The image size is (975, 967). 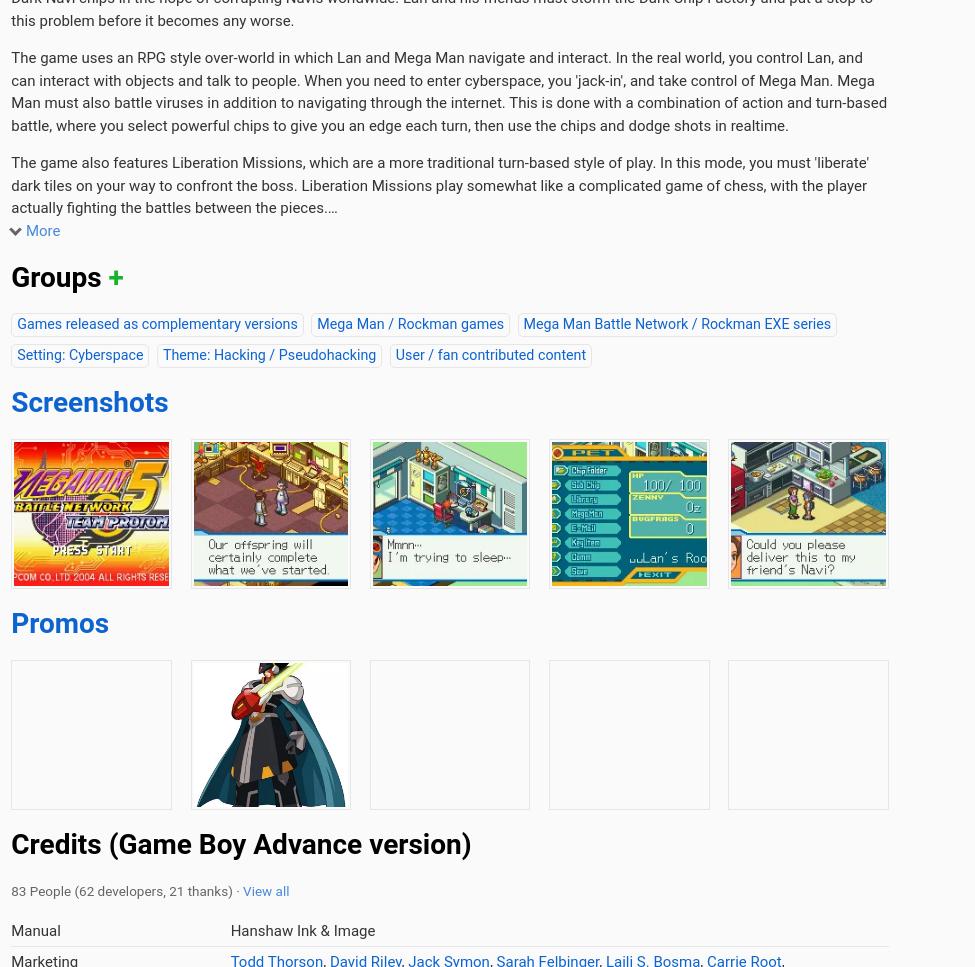 What do you see at coordinates (100, 451) in the screenshot?
I see `'Stats'` at bounding box center [100, 451].